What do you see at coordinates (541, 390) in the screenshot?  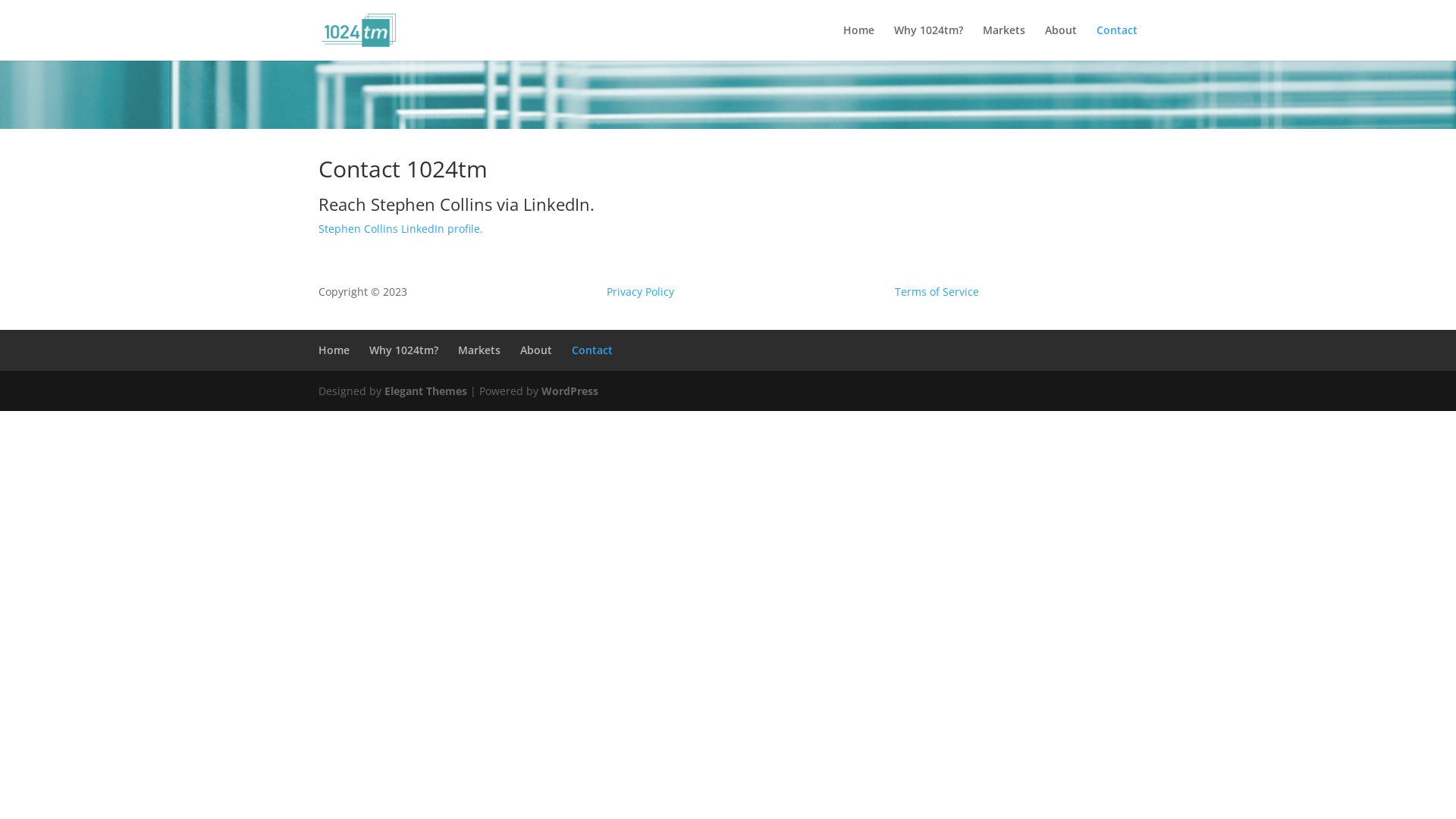 I see `'WordPress'` at bounding box center [541, 390].